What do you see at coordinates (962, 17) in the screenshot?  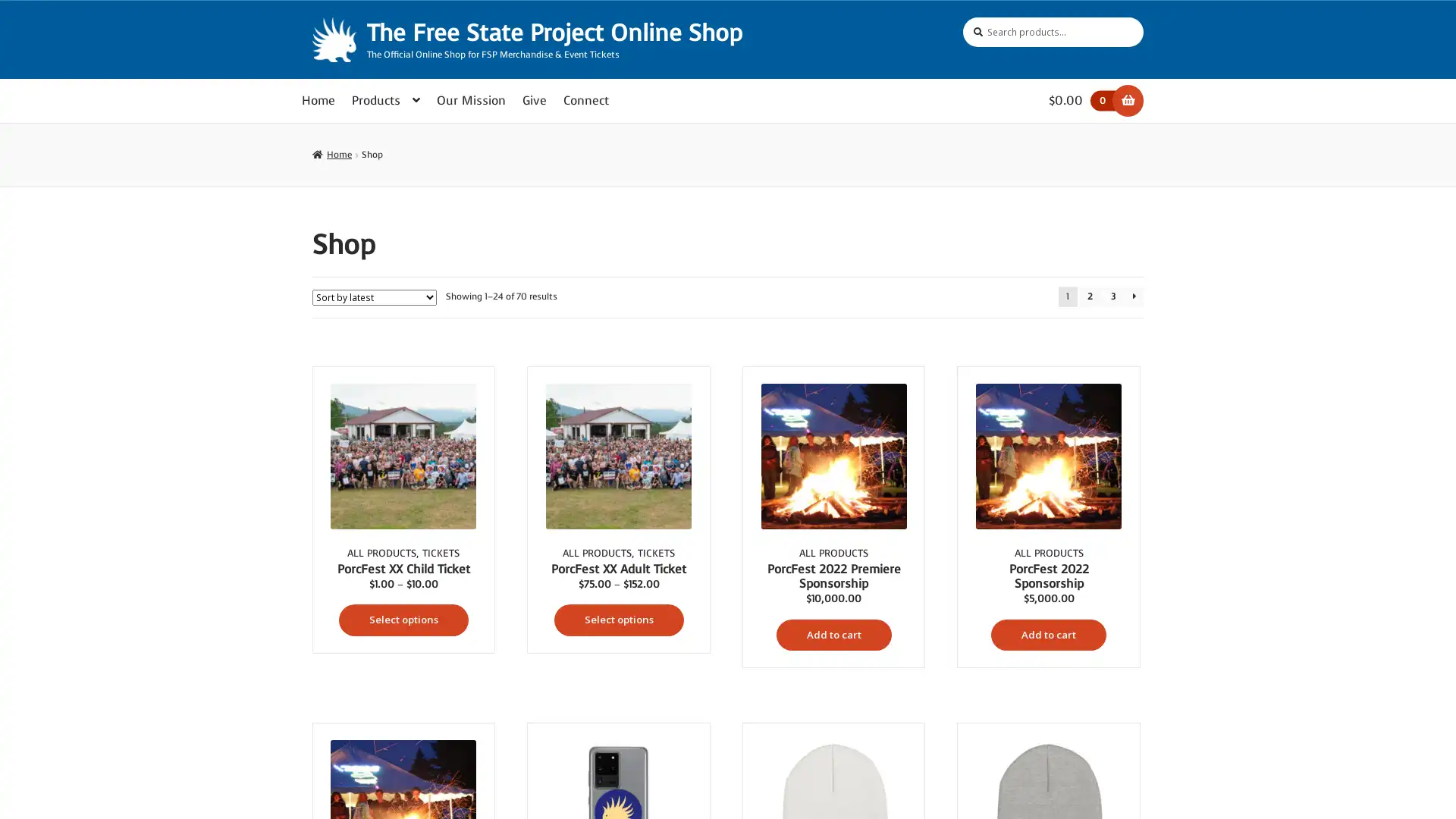 I see `Search` at bounding box center [962, 17].